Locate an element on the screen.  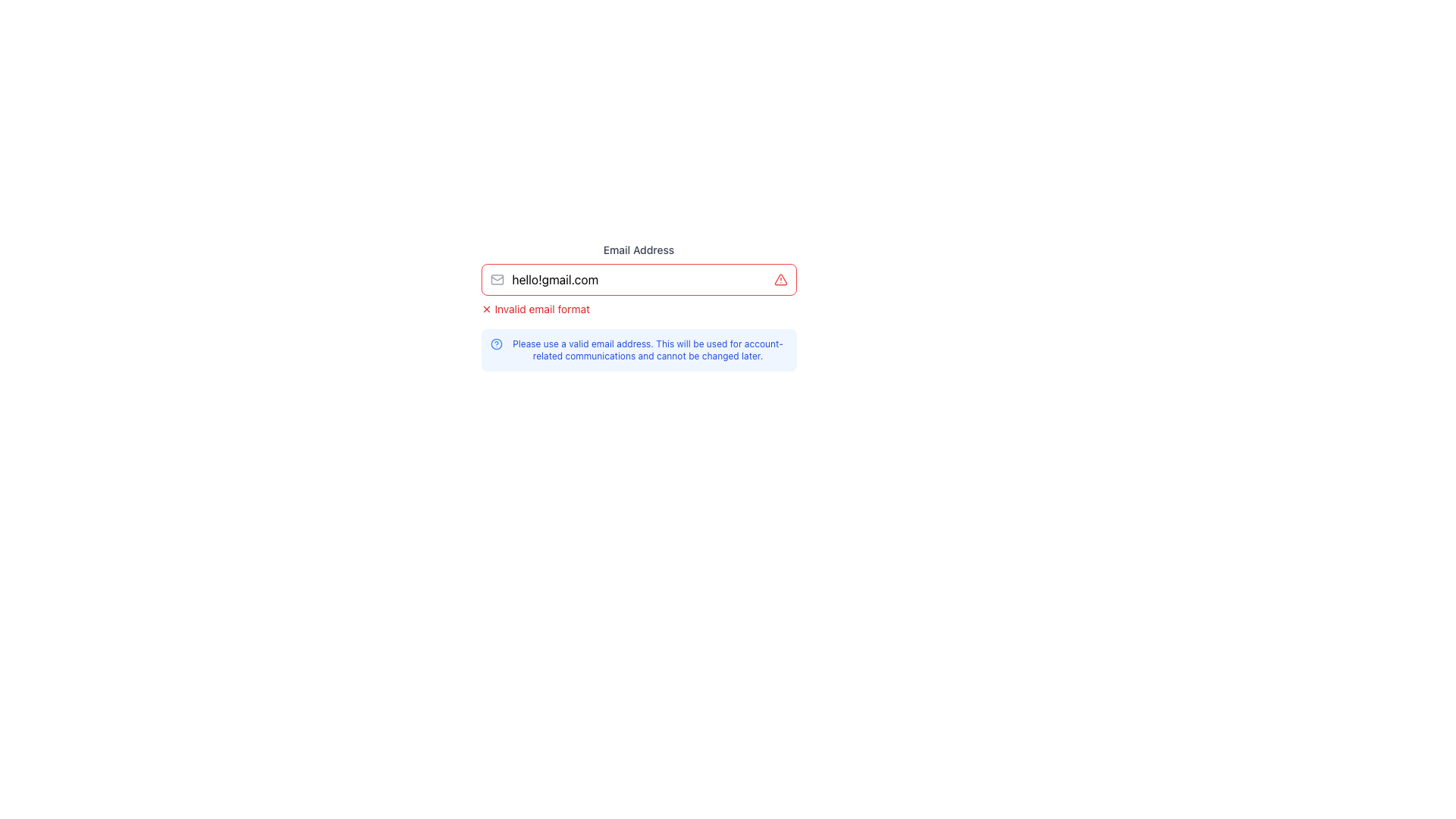
the notification icon that indicates an issue related to the adjacent email input field, positioned to the right and aligned with the field's vertical center is located at coordinates (780, 280).